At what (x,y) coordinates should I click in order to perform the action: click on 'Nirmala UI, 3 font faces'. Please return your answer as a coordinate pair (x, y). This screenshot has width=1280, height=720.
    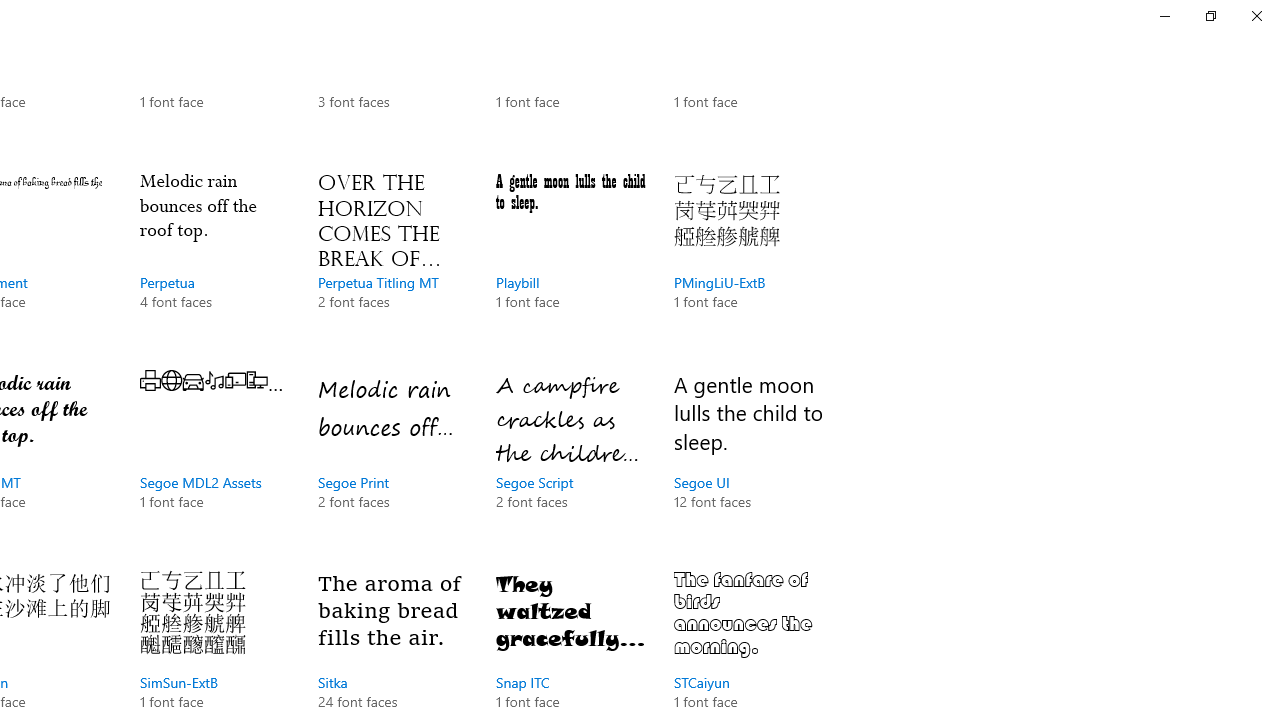
    Looking at the image, I should click on (392, 79).